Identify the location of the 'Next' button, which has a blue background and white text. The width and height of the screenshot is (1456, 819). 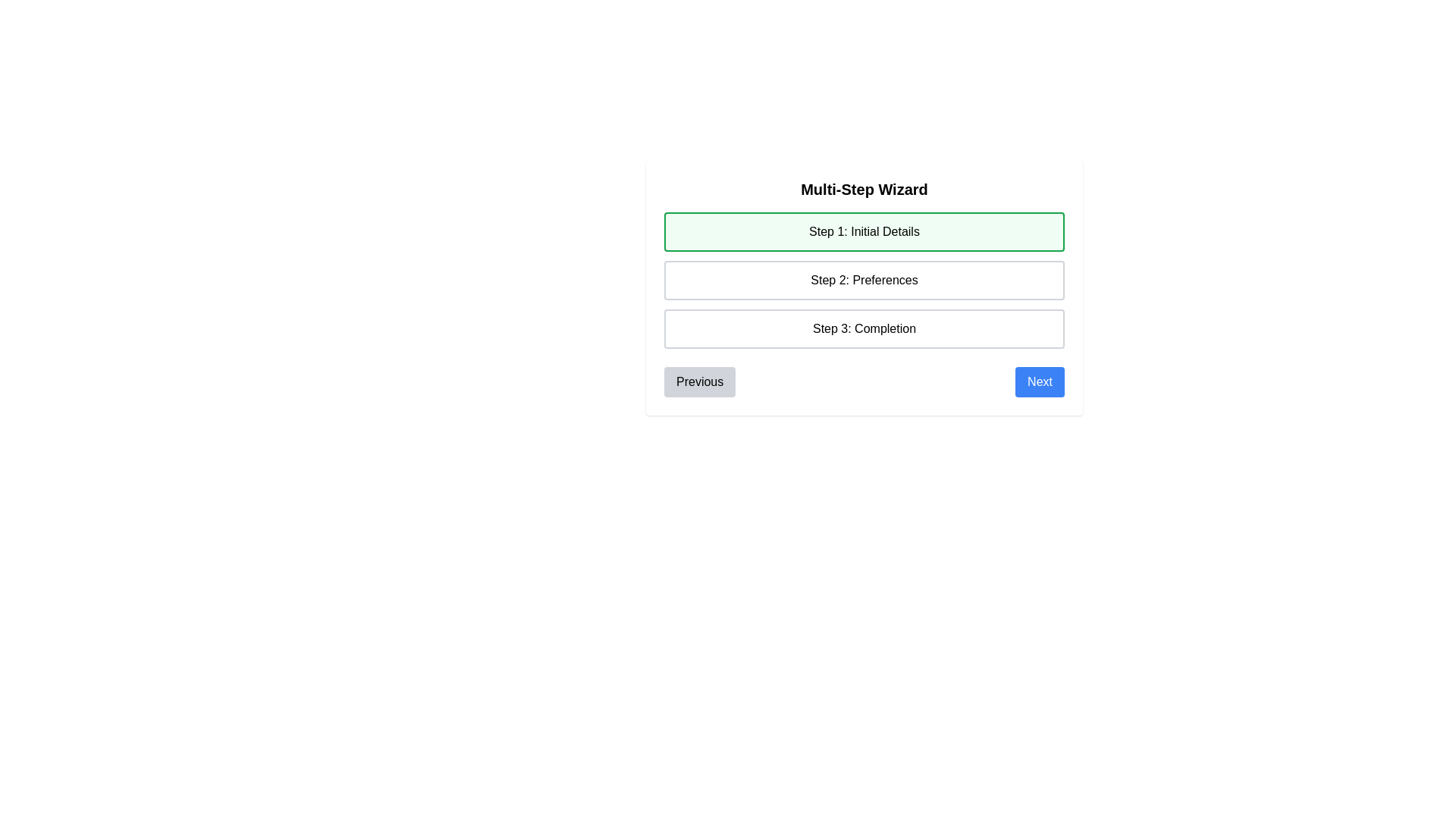
(1039, 381).